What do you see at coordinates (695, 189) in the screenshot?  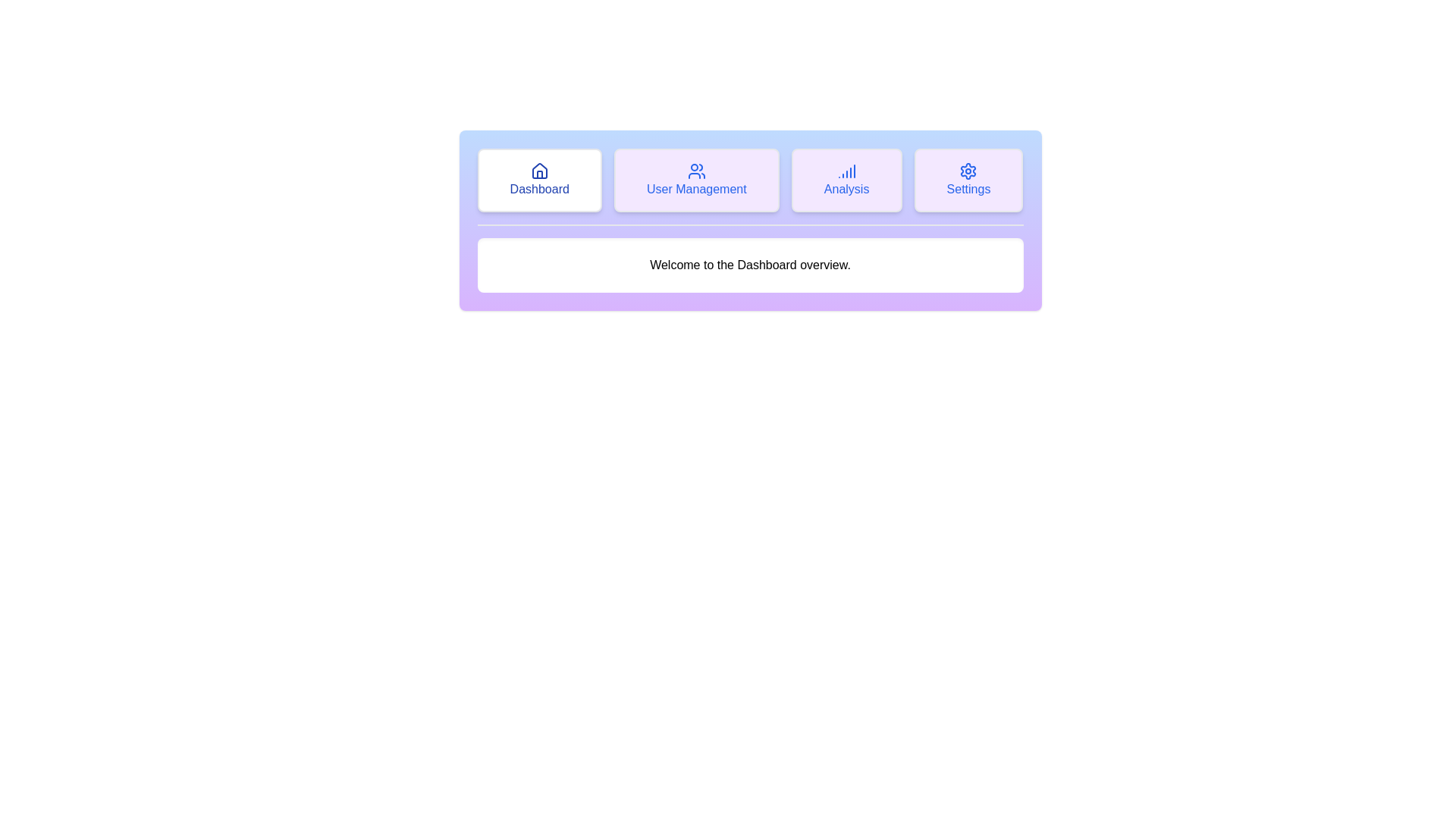 I see `the 'User Management' label, which is a blue text label displayed in a sans-serif font within a lavender background in the navigation bar` at bounding box center [695, 189].